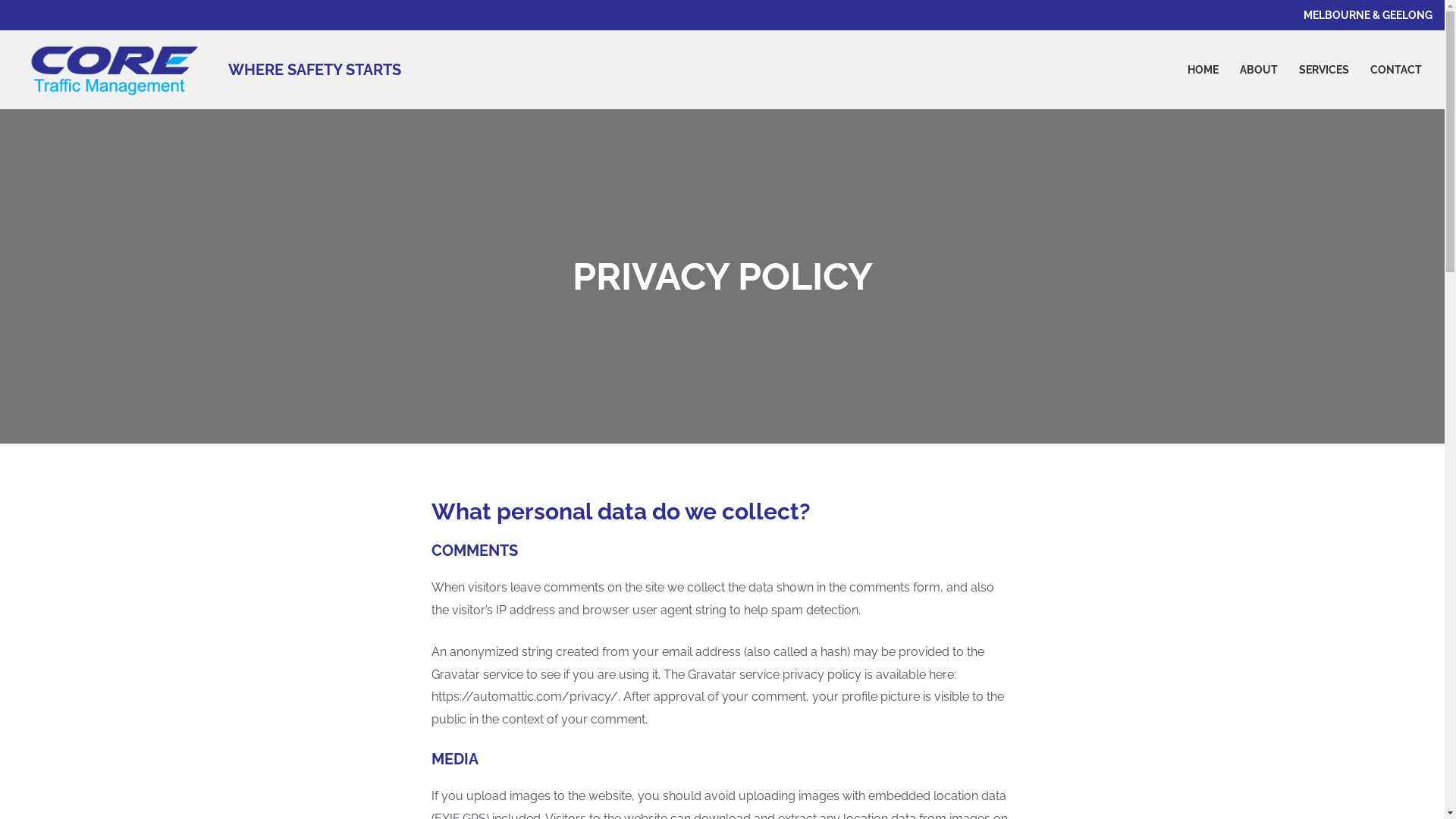  I want to click on 'ABOUT', so click(1229, 70).